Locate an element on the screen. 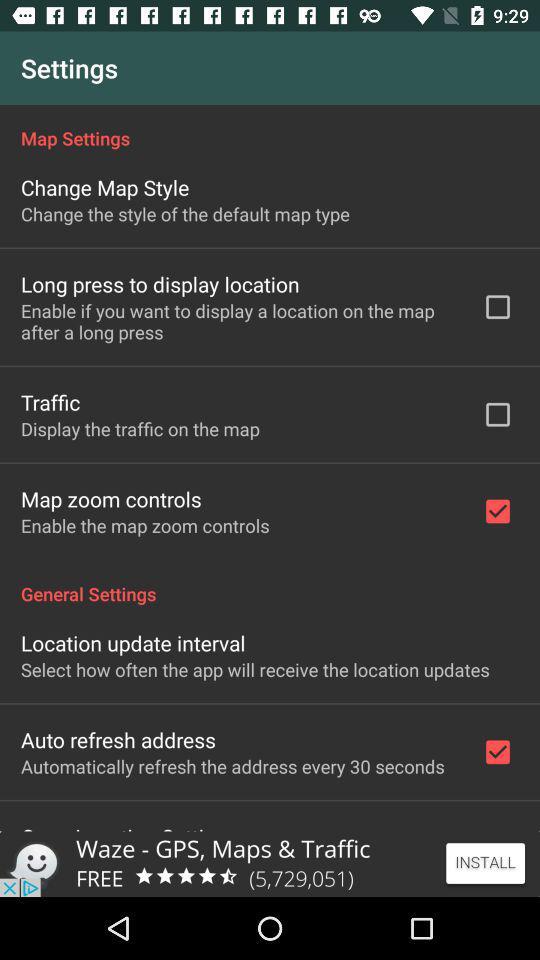  item above the location update interval item is located at coordinates (270, 583).